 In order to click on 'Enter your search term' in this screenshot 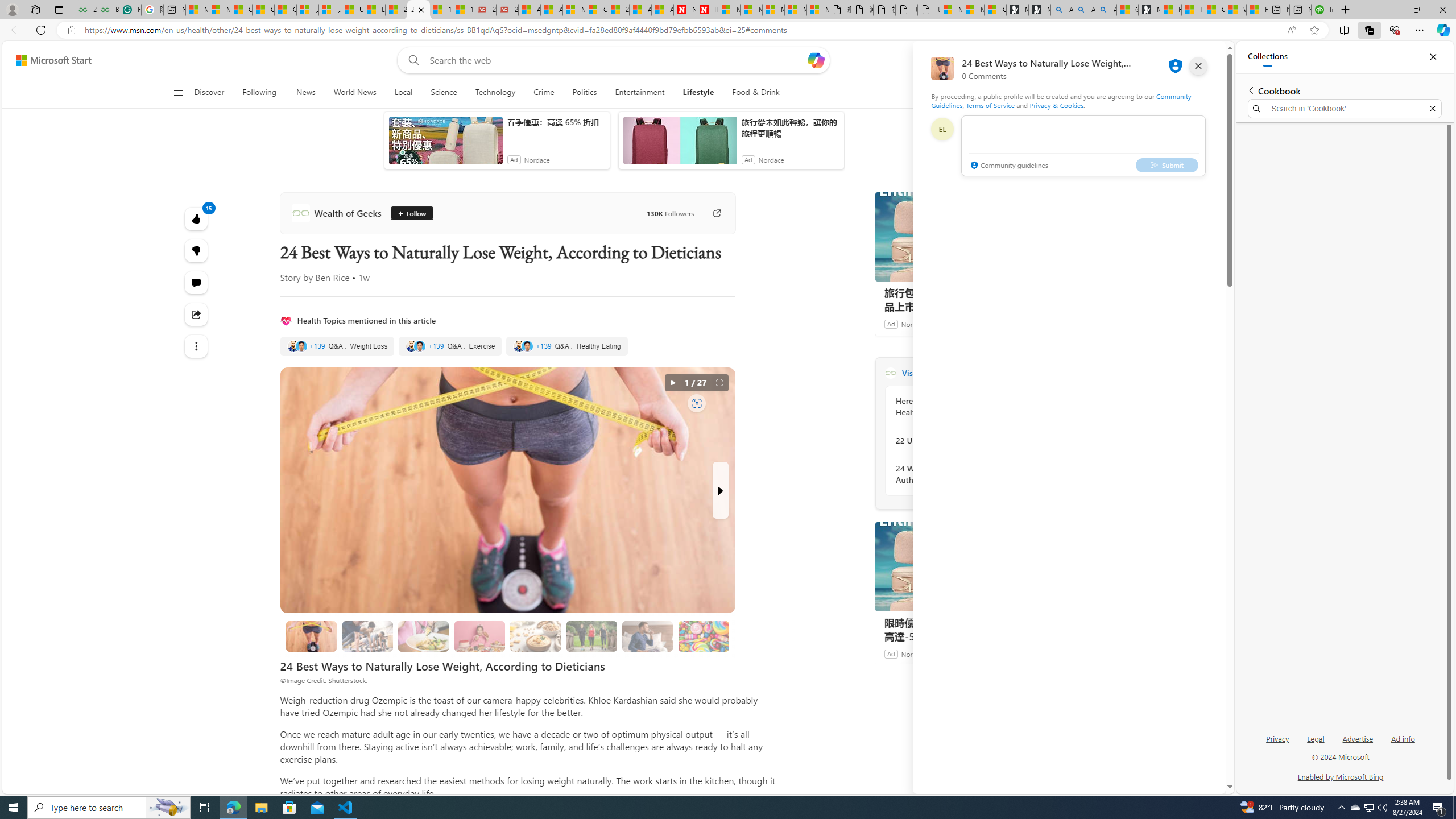, I will do `click(617, 59)`.